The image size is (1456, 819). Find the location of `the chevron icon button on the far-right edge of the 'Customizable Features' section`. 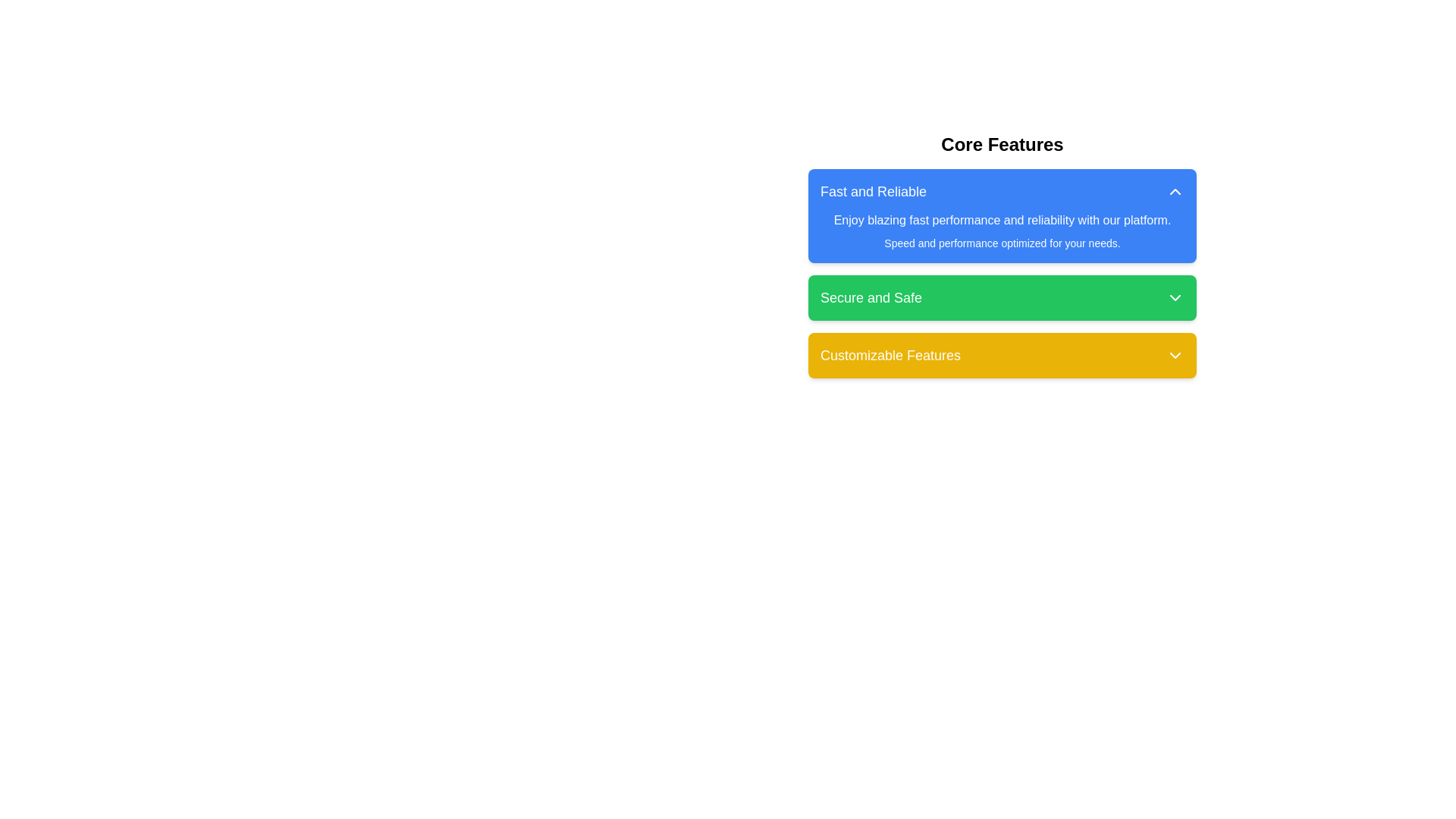

the chevron icon button on the far-right edge of the 'Customizable Features' section is located at coordinates (1175, 356).